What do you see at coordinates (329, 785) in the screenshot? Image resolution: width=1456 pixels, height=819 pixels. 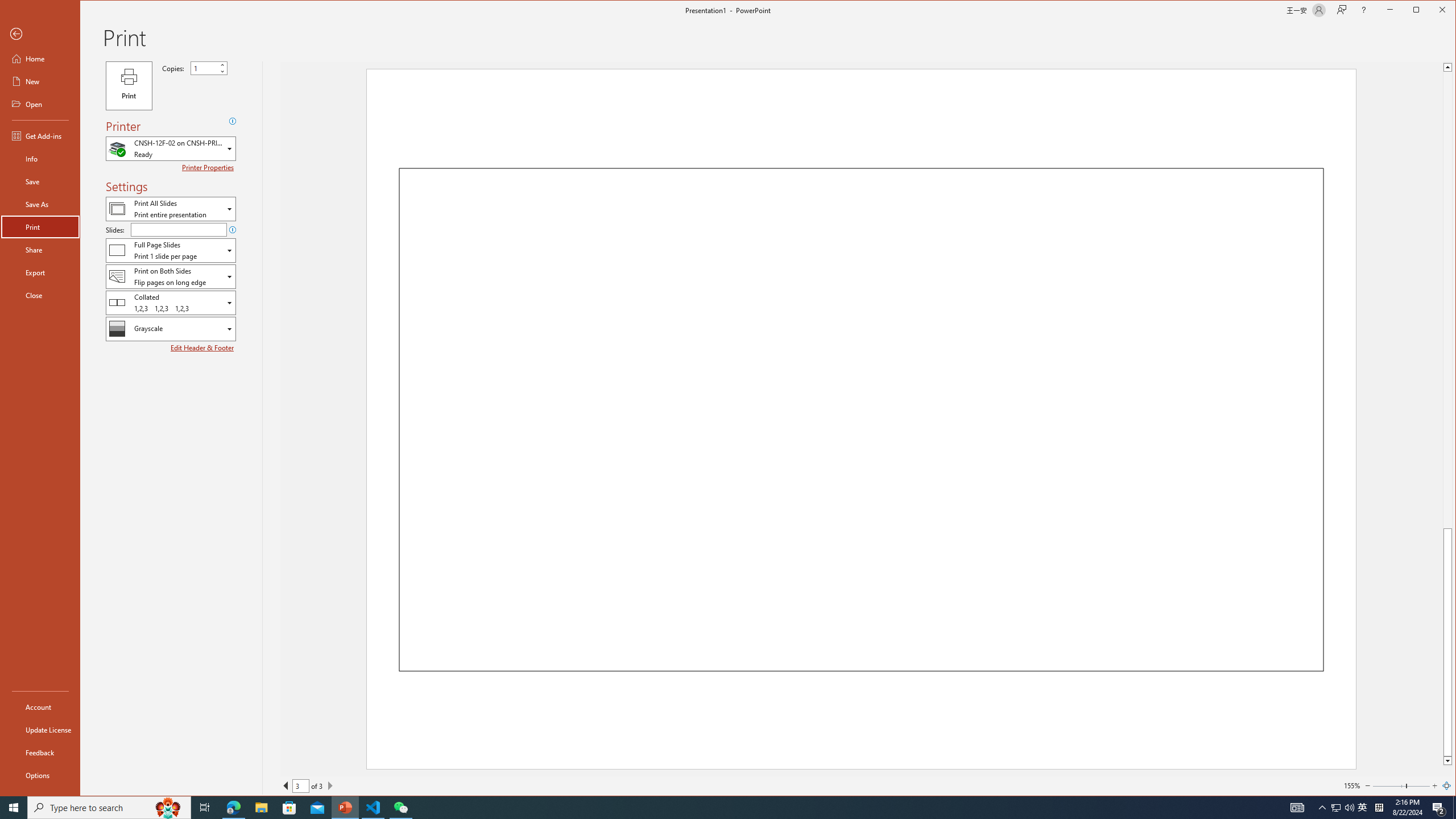 I see `'Next Page'` at bounding box center [329, 785].